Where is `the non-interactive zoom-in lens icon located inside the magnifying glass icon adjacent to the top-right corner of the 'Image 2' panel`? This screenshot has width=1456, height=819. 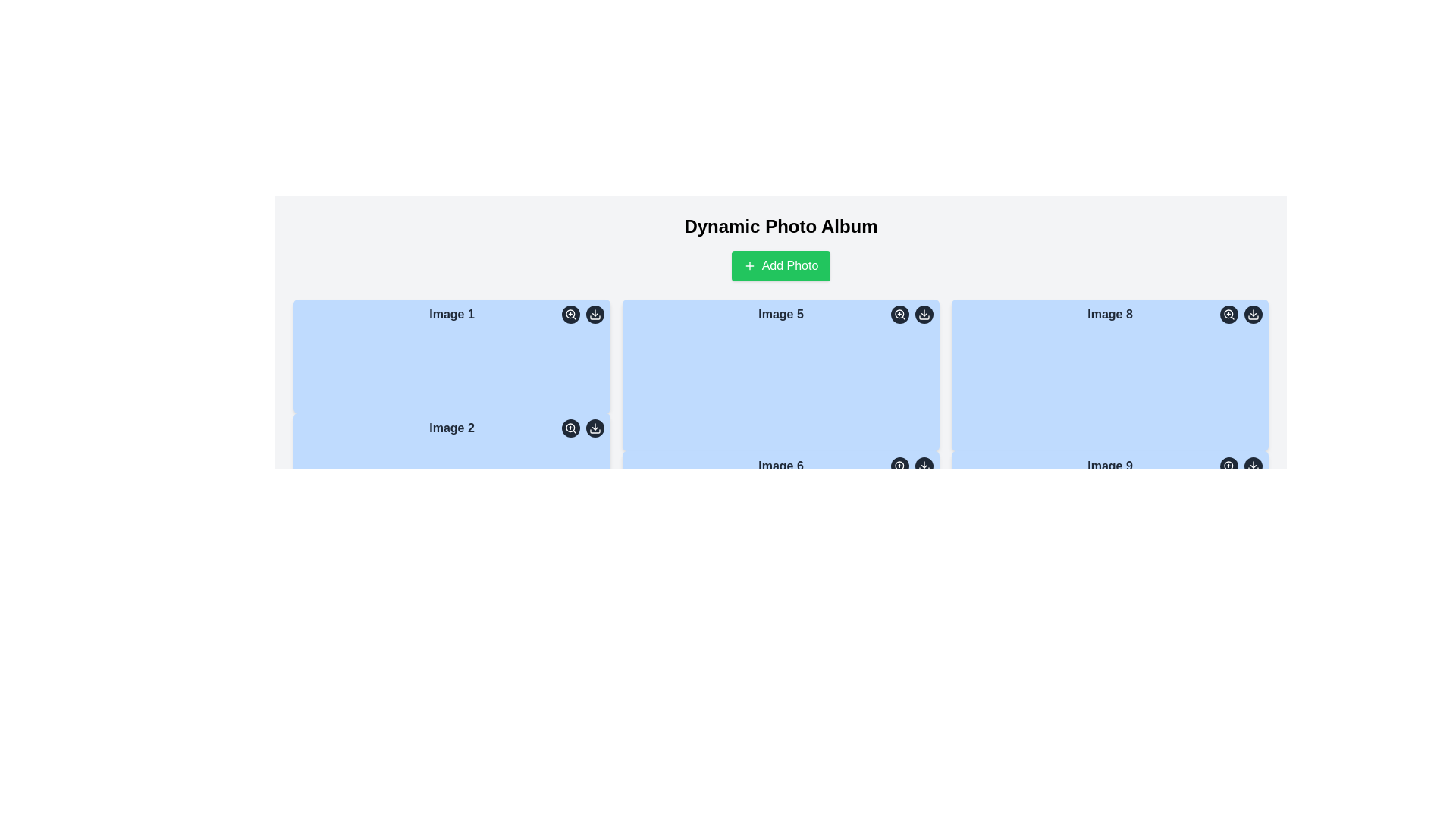
the non-interactive zoom-in lens icon located inside the magnifying glass icon adjacent to the top-right corner of the 'Image 2' panel is located at coordinates (570, 428).